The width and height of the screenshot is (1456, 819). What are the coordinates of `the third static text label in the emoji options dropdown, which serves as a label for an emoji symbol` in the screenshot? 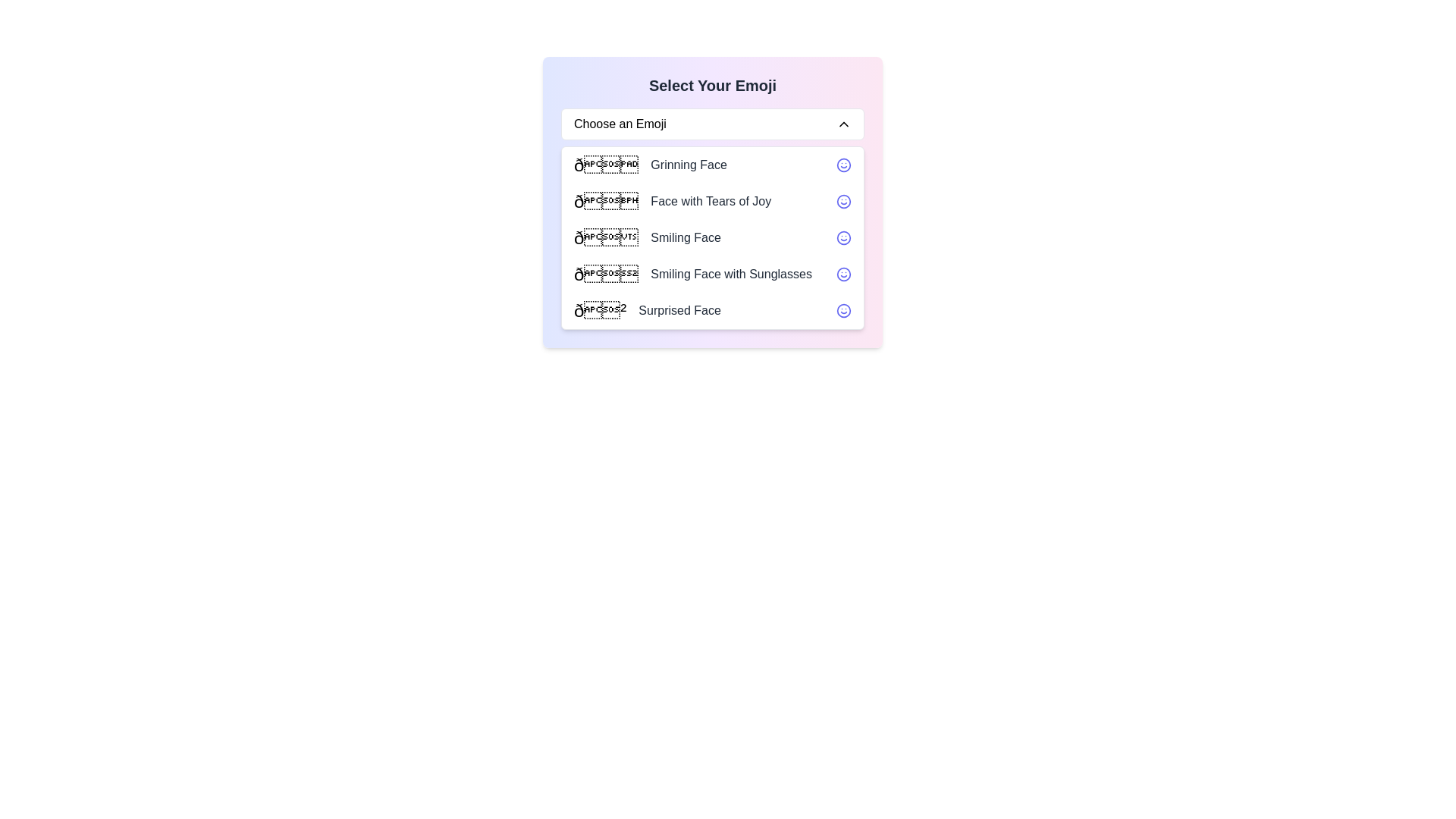 It's located at (685, 237).